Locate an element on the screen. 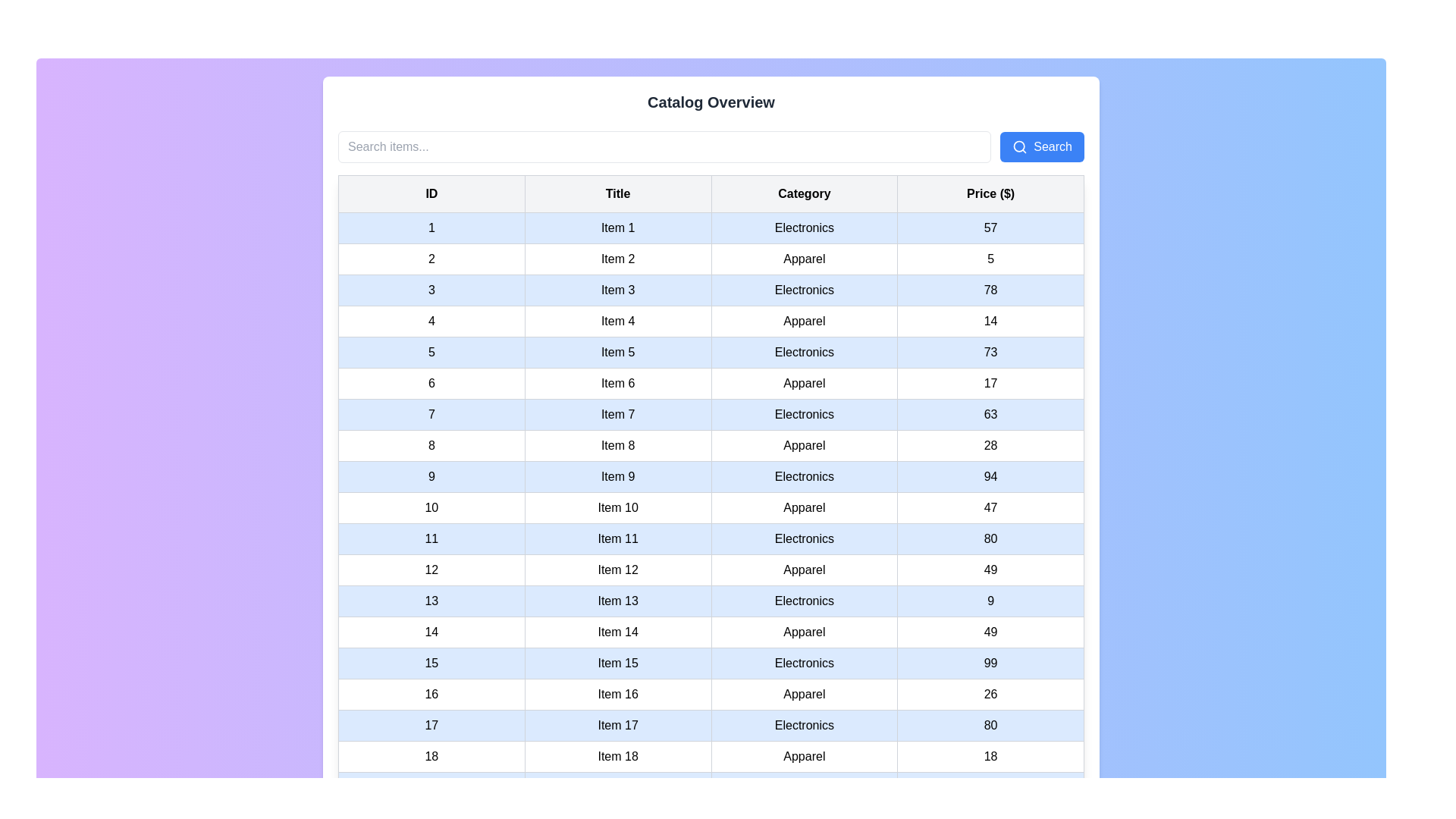  the table cell containing the text '15' is located at coordinates (431, 663).